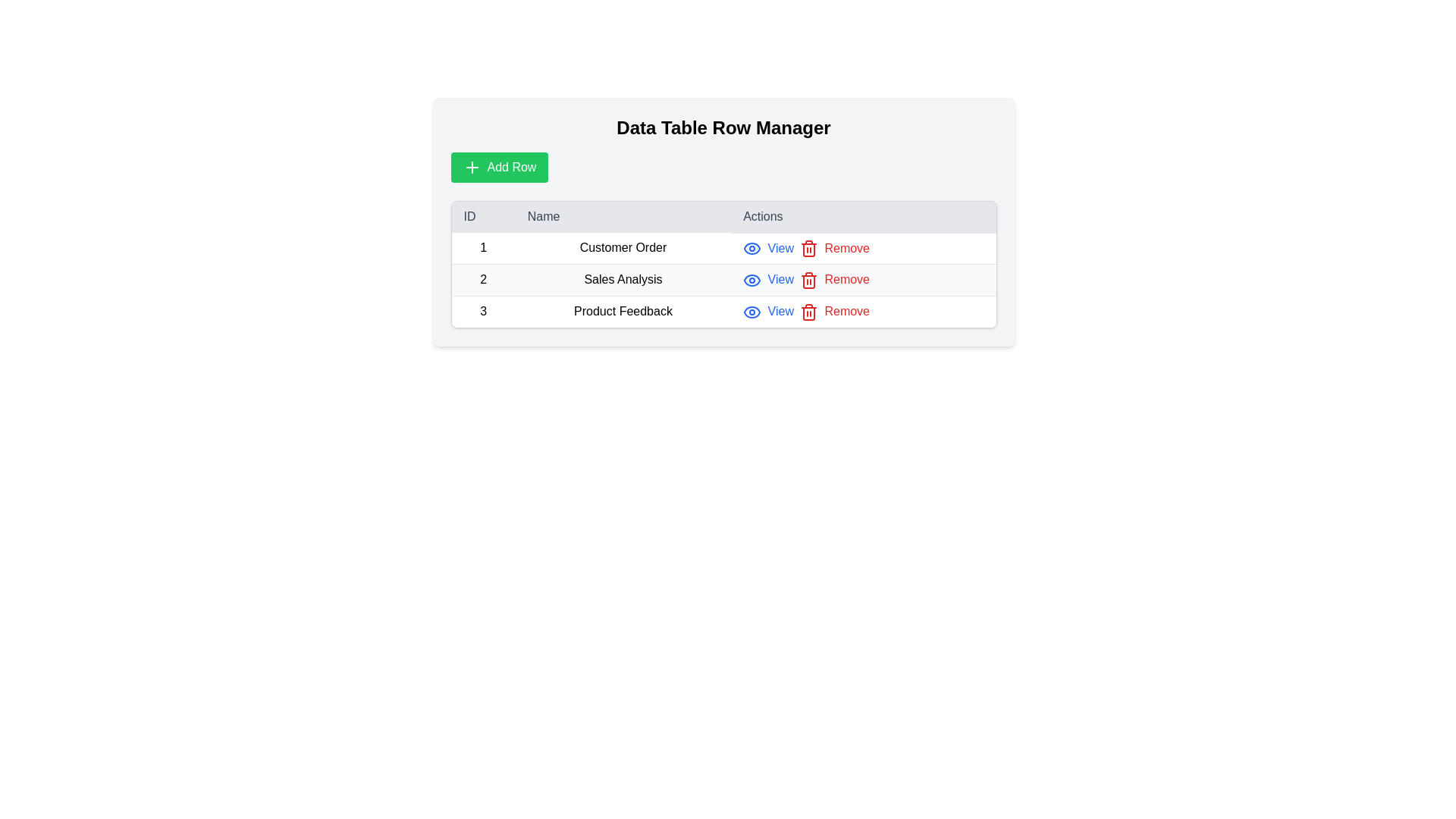 The height and width of the screenshot is (819, 1456). I want to click on the 'View' or 'Remove' button in the third row of the table, so click(723, 310).